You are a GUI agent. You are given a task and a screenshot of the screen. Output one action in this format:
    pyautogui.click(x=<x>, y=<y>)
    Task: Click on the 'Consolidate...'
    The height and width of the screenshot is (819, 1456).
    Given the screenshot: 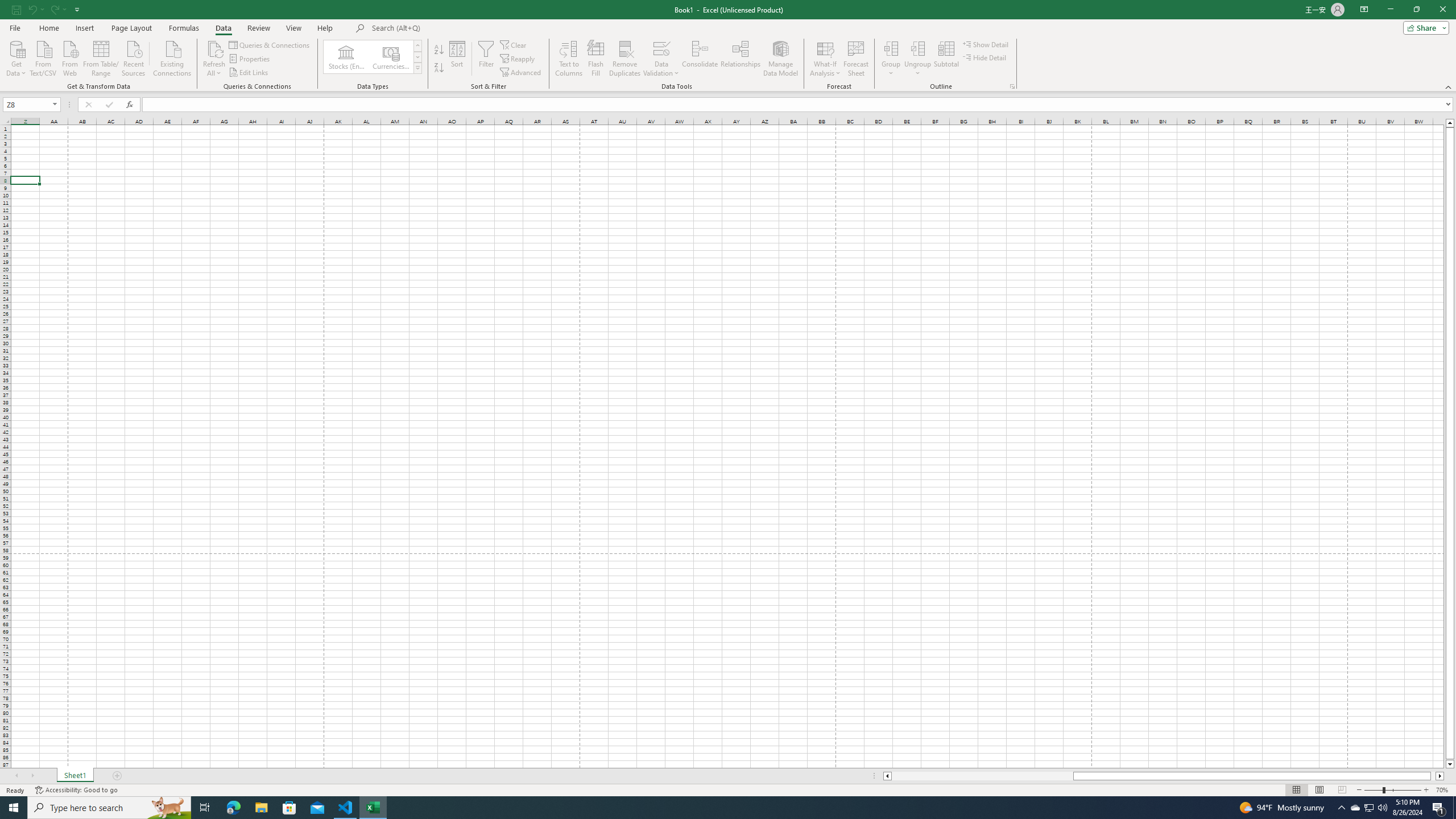 What is the action you would take?
    pyautogui.click(x=700, y=59)
    